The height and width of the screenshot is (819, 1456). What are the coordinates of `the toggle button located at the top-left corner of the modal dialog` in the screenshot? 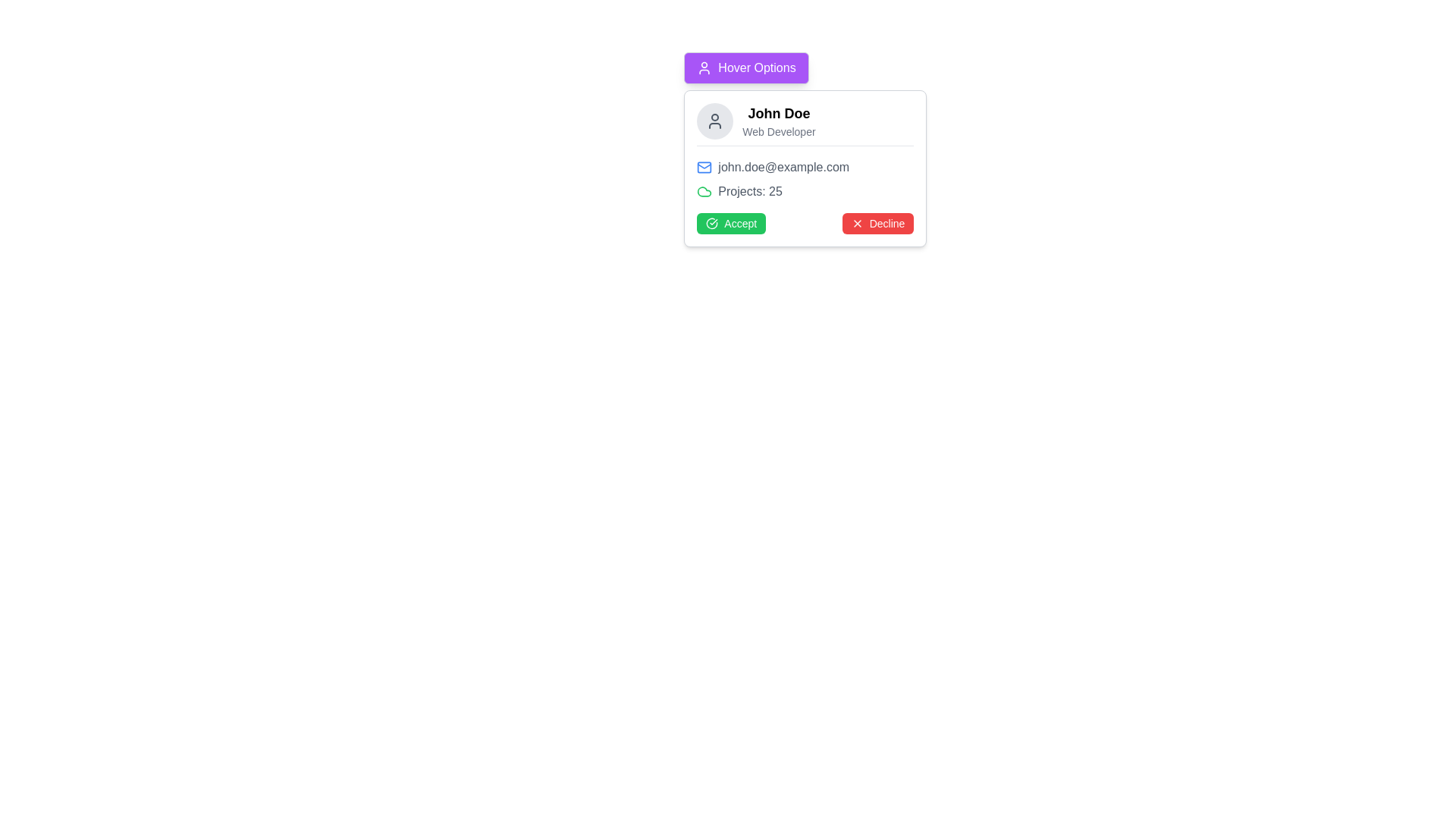 It's located at (746, 67).